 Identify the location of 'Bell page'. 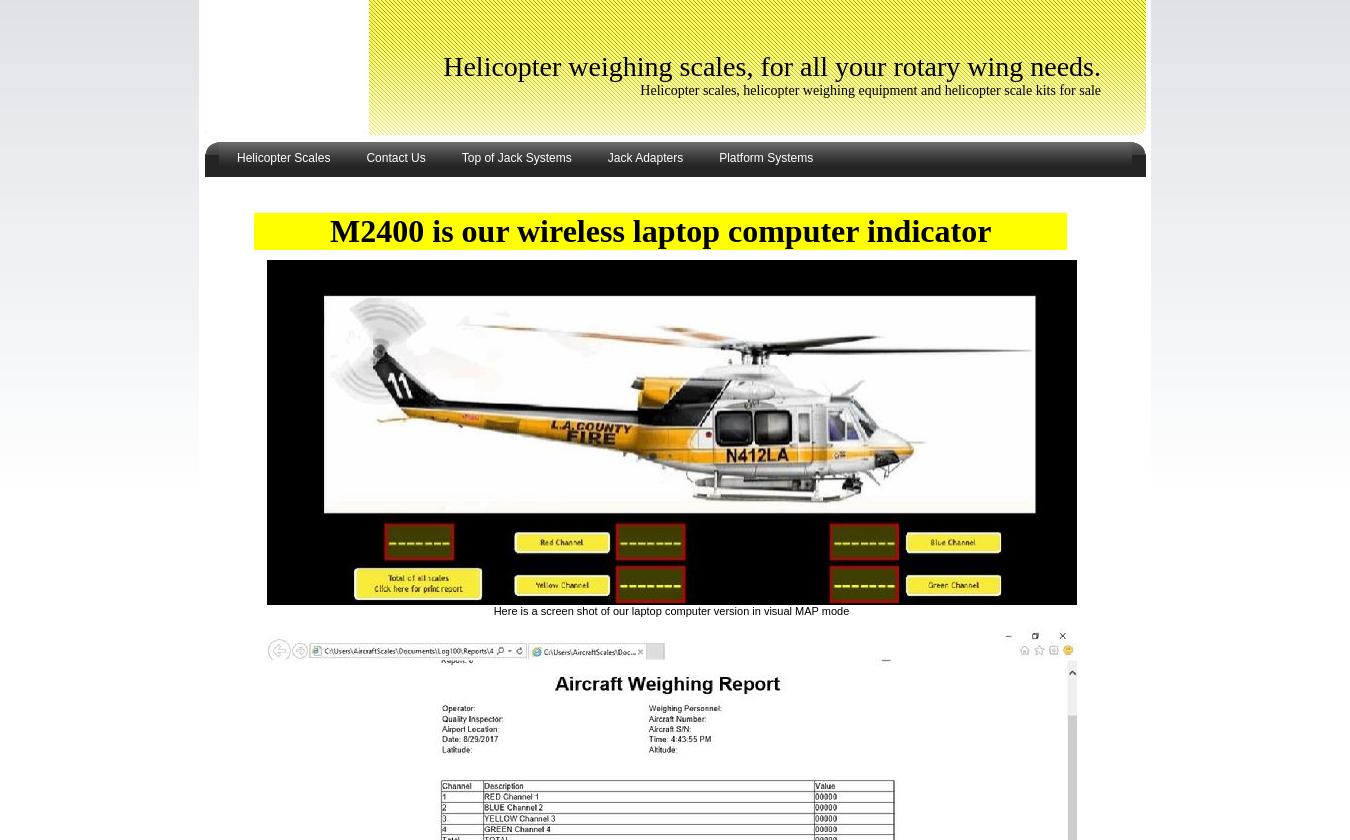
(231, 303).